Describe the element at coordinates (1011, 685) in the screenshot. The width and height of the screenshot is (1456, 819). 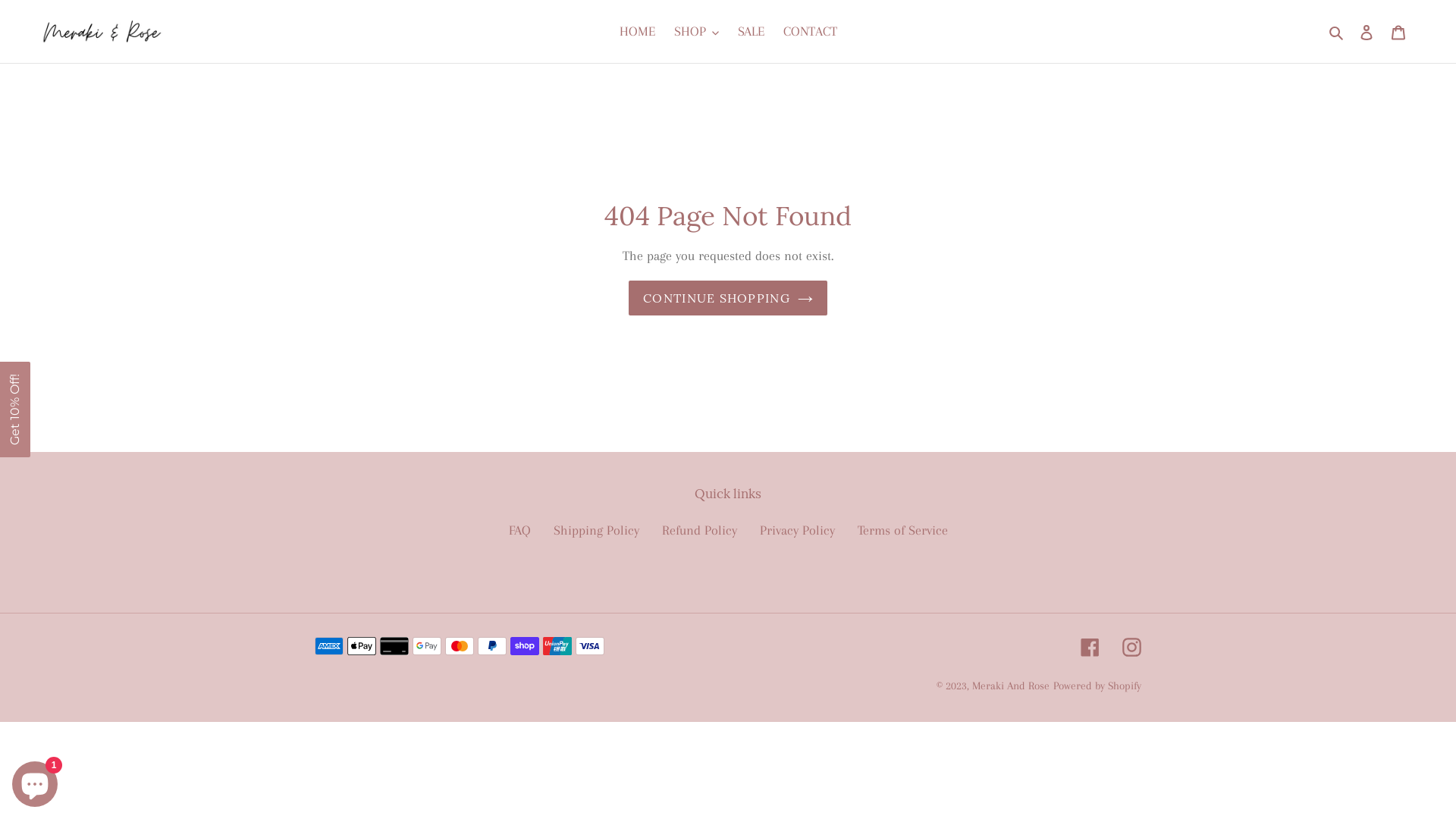
I see `'Meraki And Rose'` at that location.